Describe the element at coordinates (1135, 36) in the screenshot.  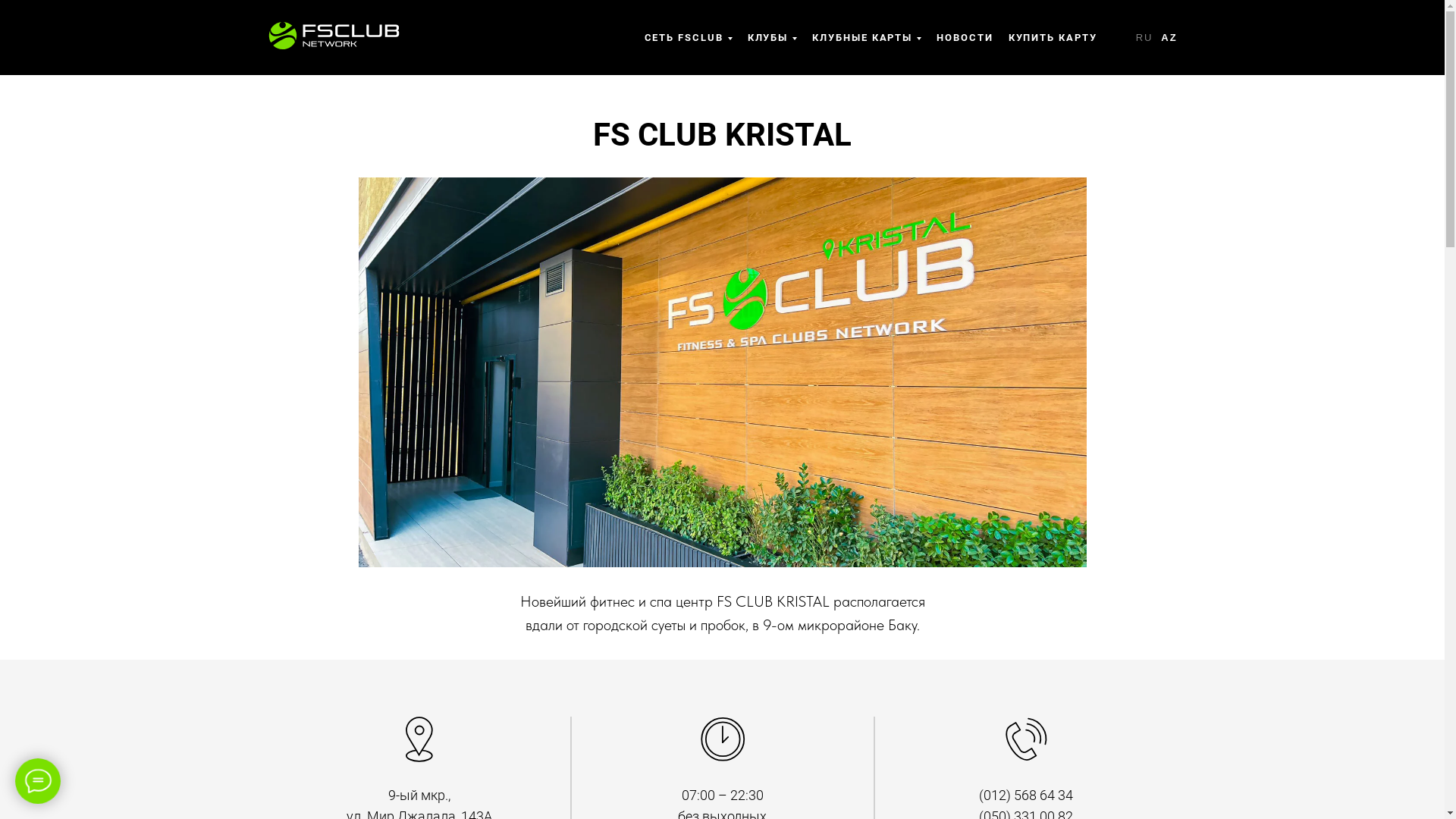
I see `'RU'` at that location.